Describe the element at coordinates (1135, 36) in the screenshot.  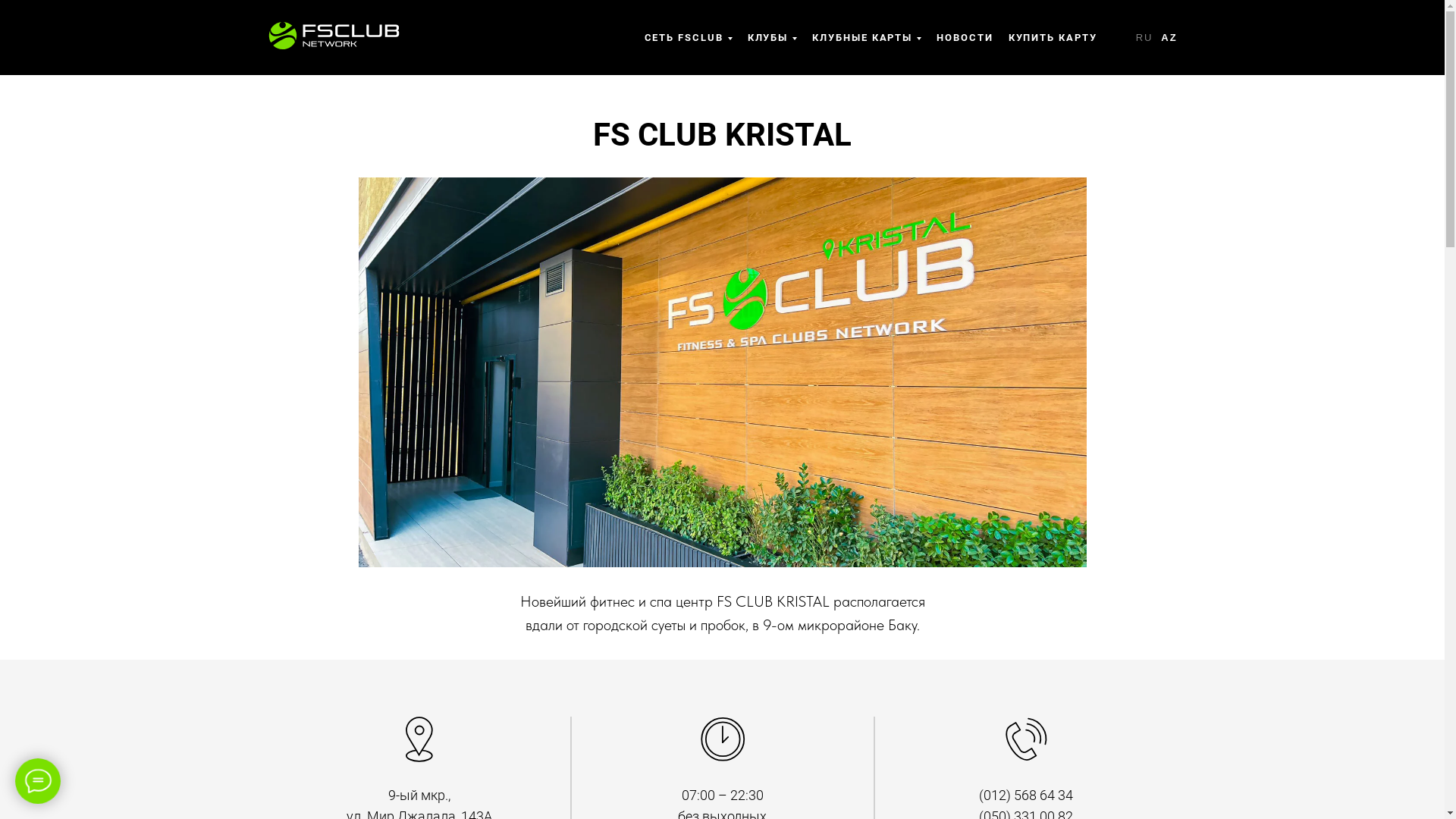
I see `'RU'` at that location.